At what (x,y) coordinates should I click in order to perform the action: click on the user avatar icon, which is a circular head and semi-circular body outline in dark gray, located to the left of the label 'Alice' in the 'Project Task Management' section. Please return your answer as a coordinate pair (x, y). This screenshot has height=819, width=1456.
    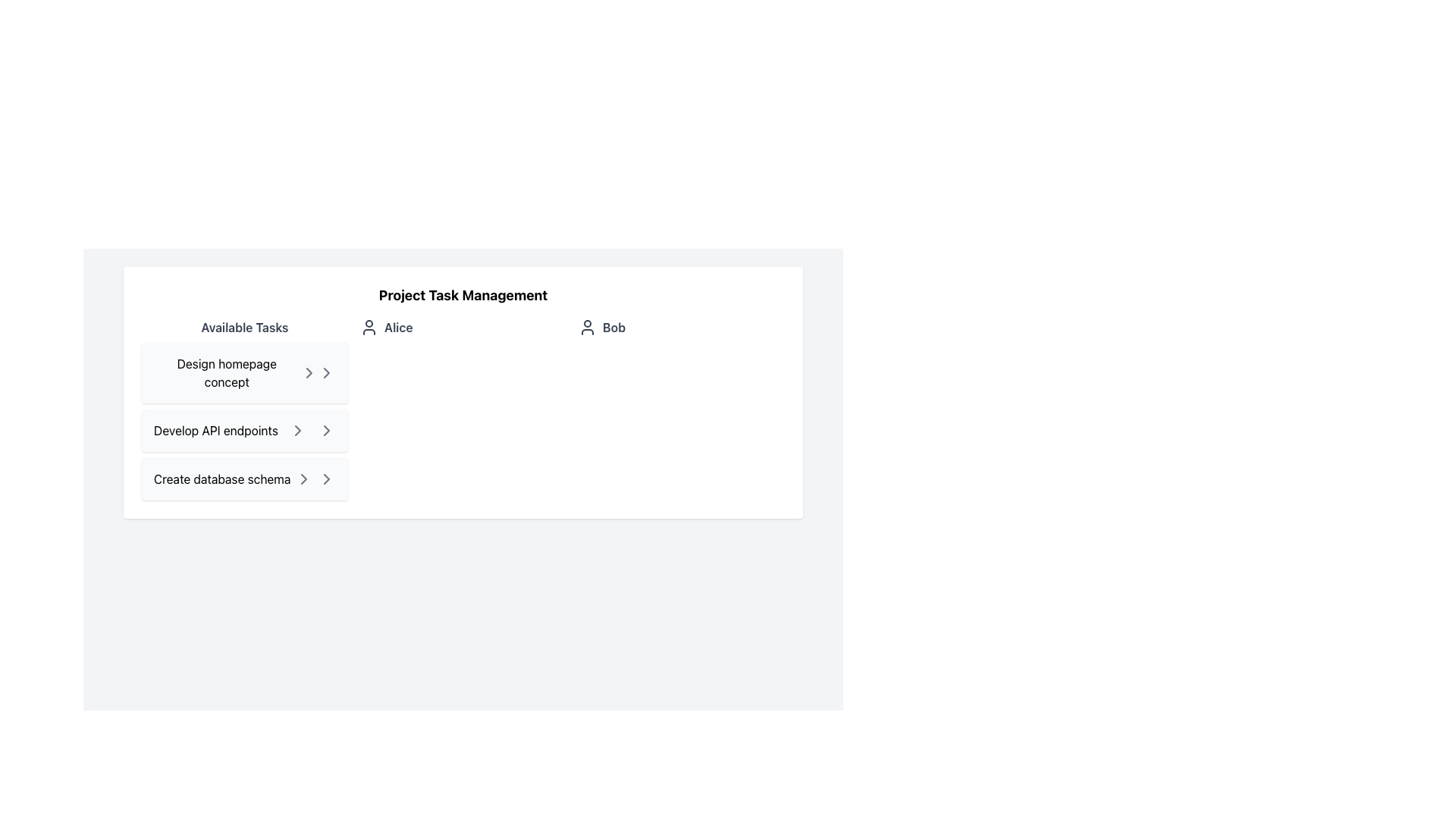
    Looking at the image, I should click on (369, 327).